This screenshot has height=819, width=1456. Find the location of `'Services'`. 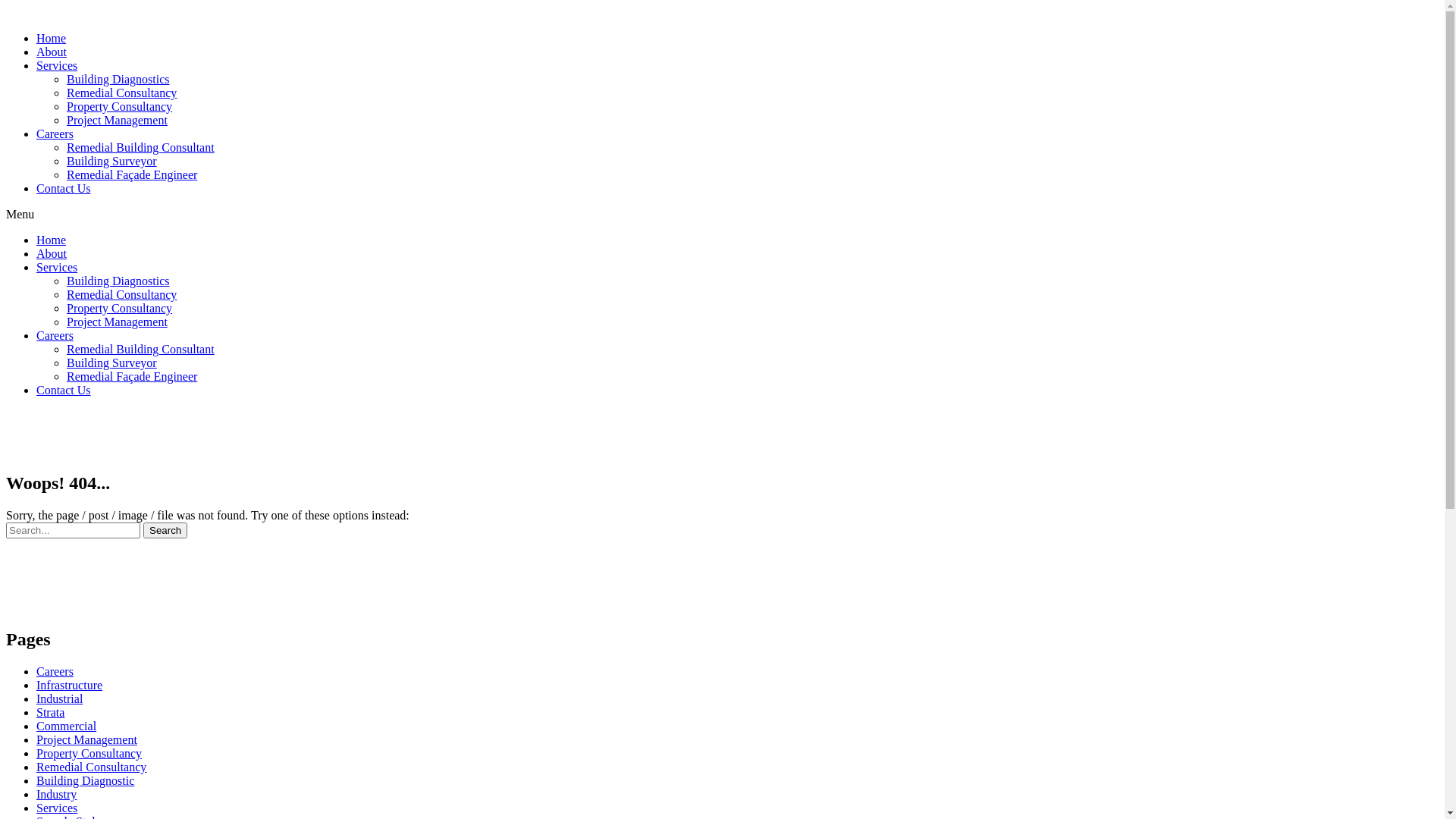

'Services' is located at coordinates (57, 64).